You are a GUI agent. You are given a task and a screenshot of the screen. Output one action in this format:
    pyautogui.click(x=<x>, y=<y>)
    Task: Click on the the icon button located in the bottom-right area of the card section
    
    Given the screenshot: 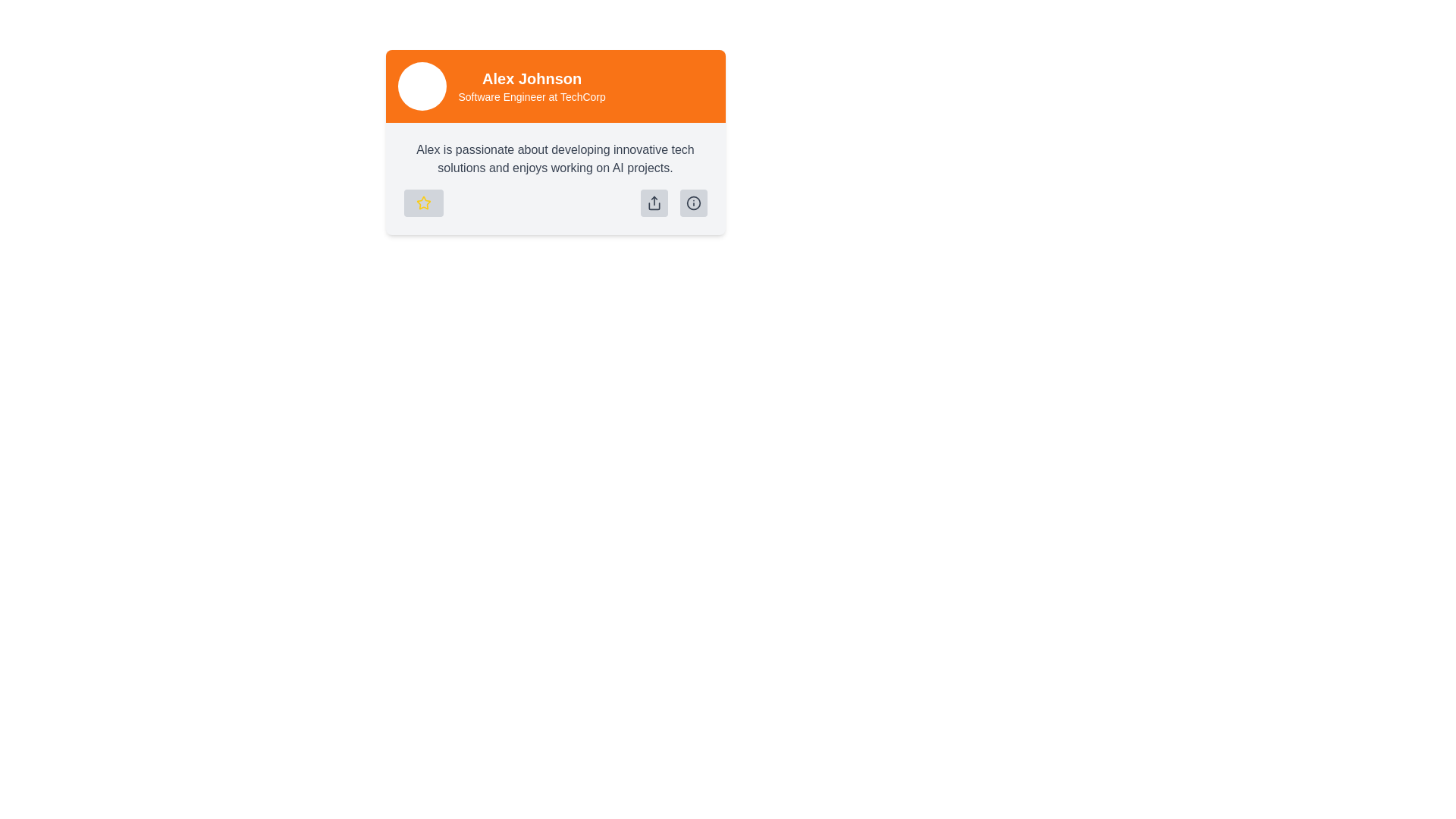 What is the action you would take?
    pyautogui.click(x=692, y=202)
    